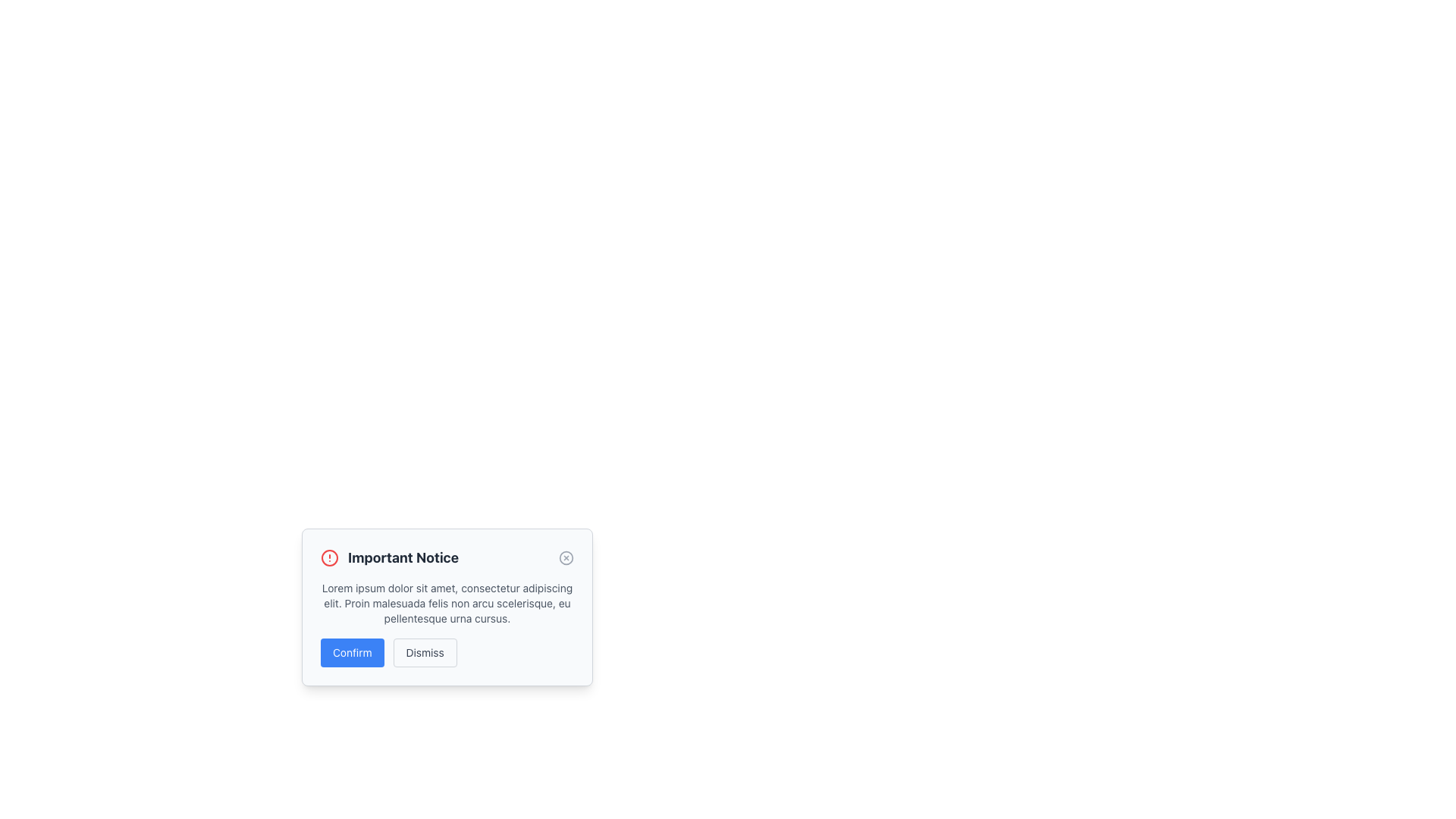 Image resolution: width=1456 pixels, height=819 pixels. What do you see at coordinates (351, 651) in the screenshot?
I see `the 'Confirm' button located in the dialog box titled 'Important Notice', which is positioned to the left of the 'Dismiss' button` at bounding box center [351, 651].